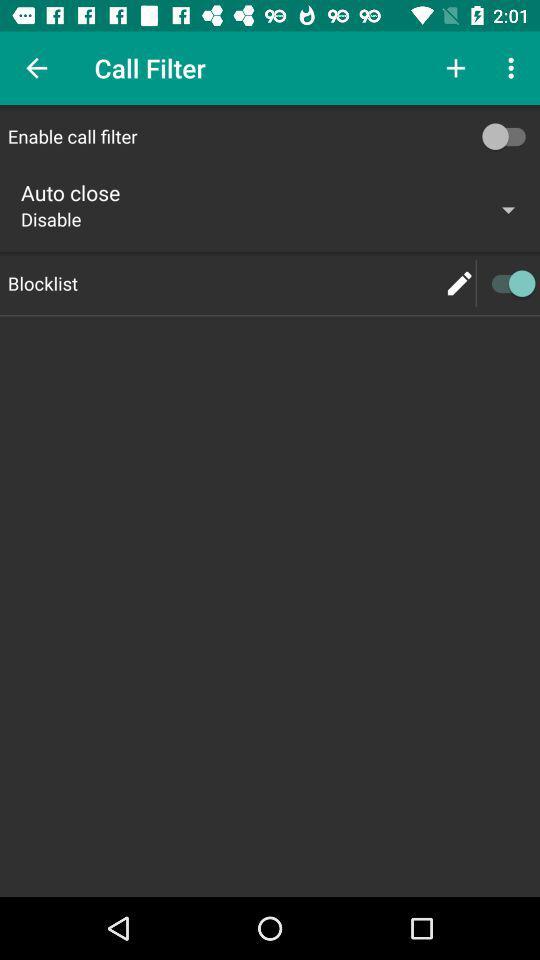 The width and height of the screenshot is (540, 960). I want to click on blocklist, so click(508, 282).